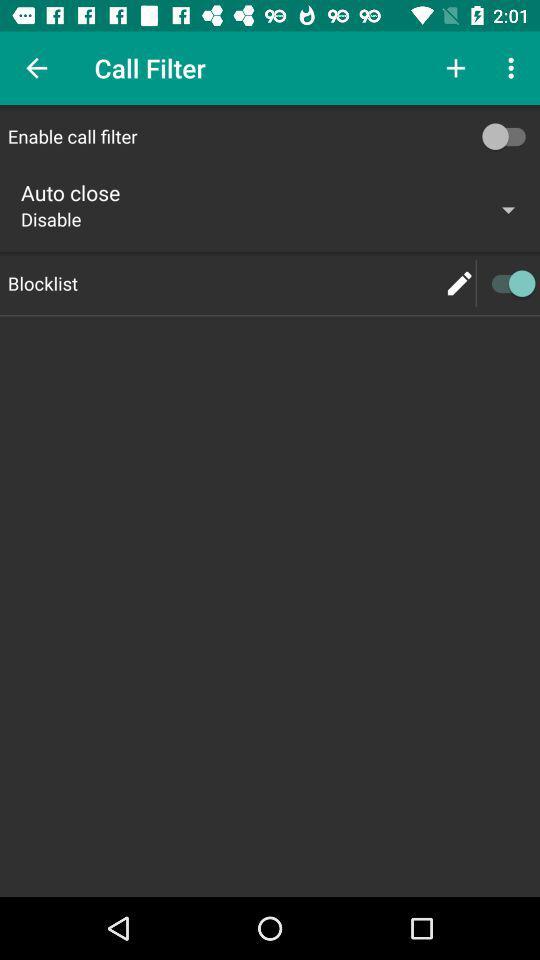 The width and height of the screenshot is (540, 960). I want to click on blocklist, so click(508, 282).